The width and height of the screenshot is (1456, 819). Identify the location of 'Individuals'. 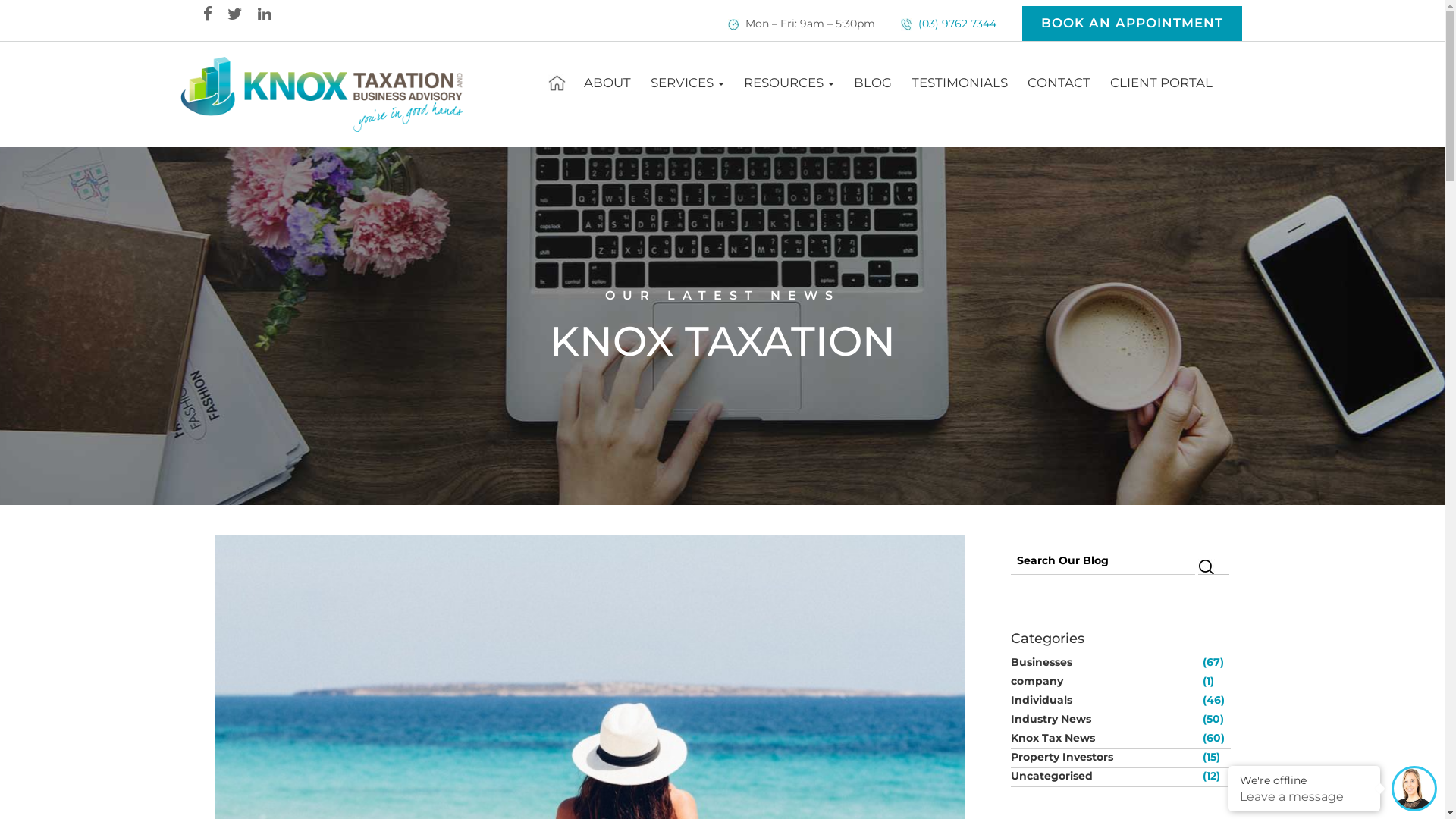
(1104, 699).